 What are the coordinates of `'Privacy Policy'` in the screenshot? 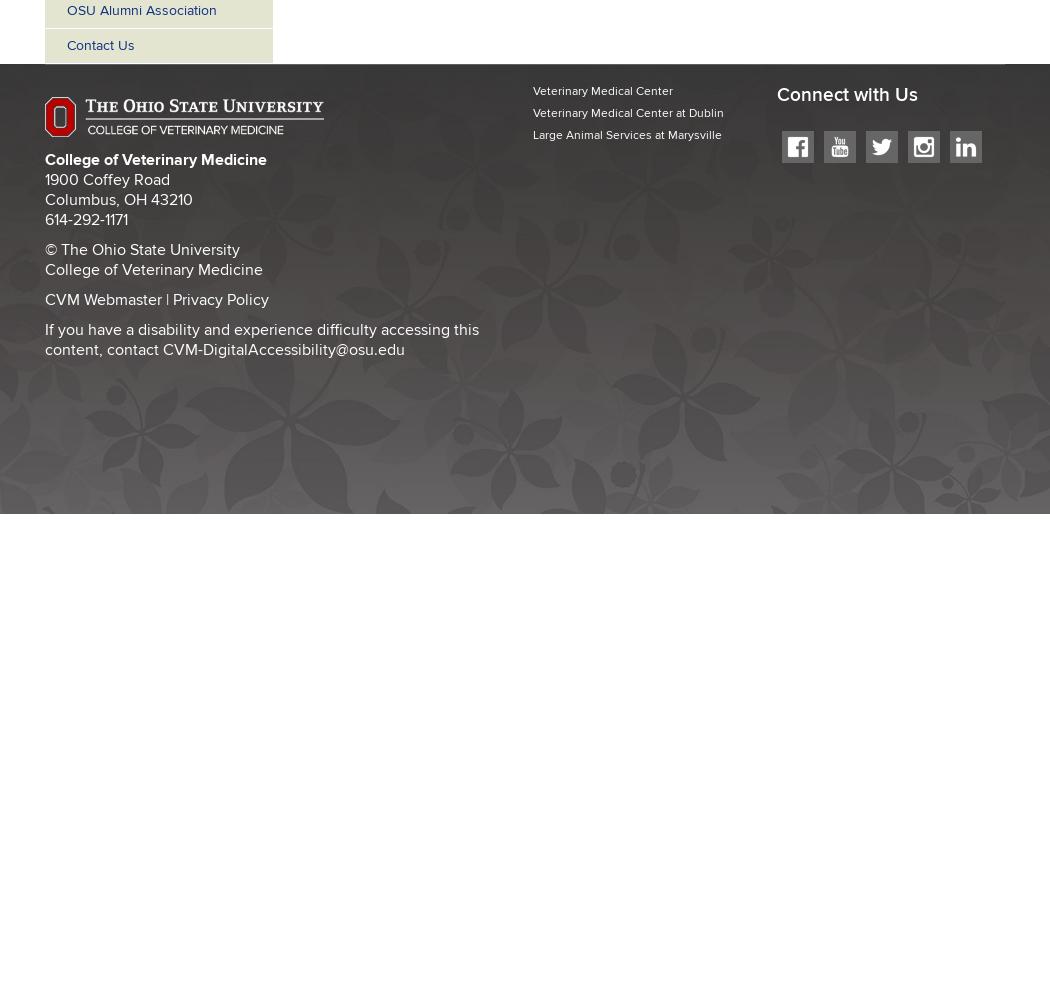 It's located at (220, 299).